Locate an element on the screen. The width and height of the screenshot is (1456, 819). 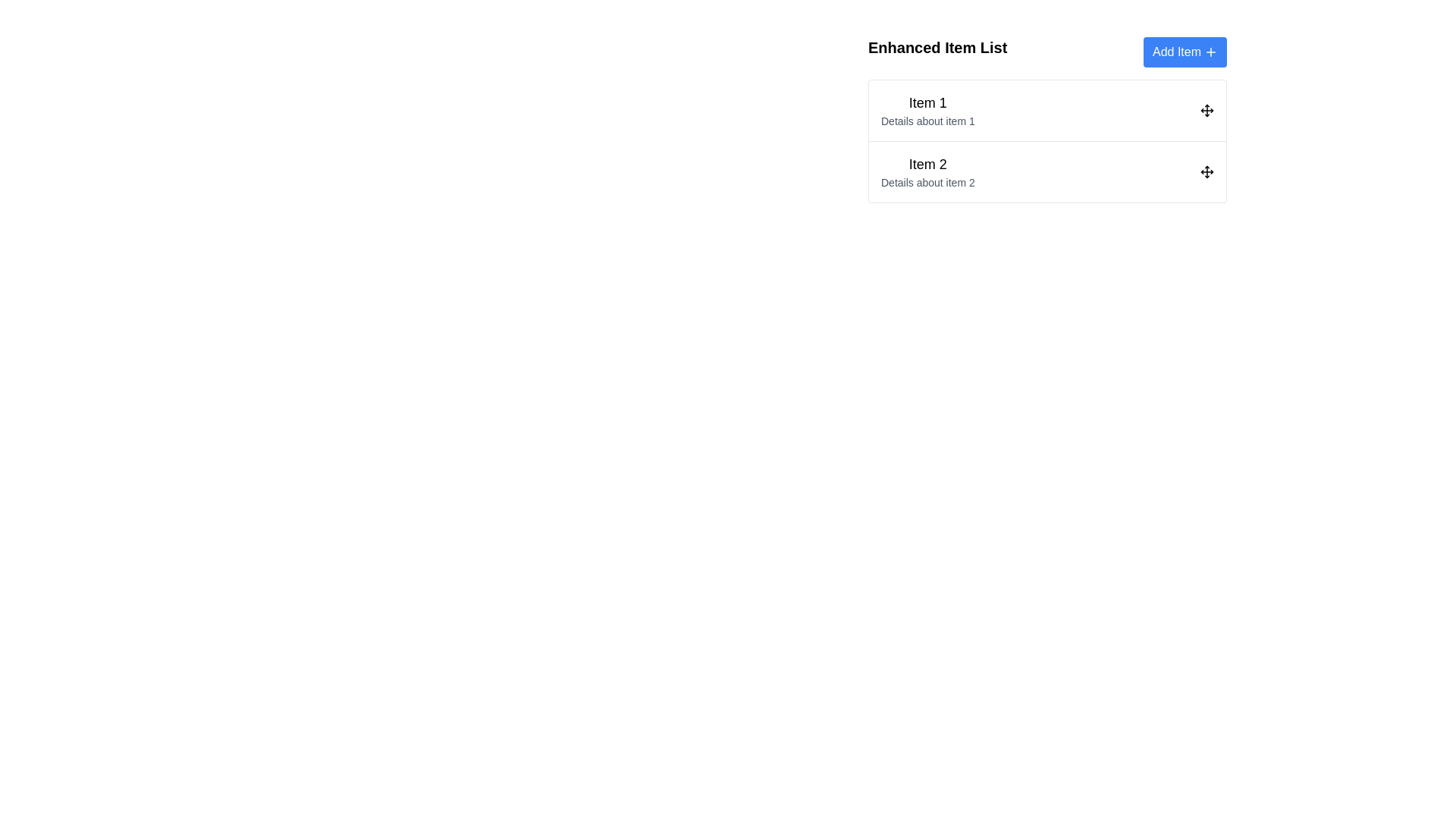
the Draggable Icon, which symbolizes cross-arrows and is located near the right edge of the list item titled 'Item 2' is located at coordinates (1207, 171).